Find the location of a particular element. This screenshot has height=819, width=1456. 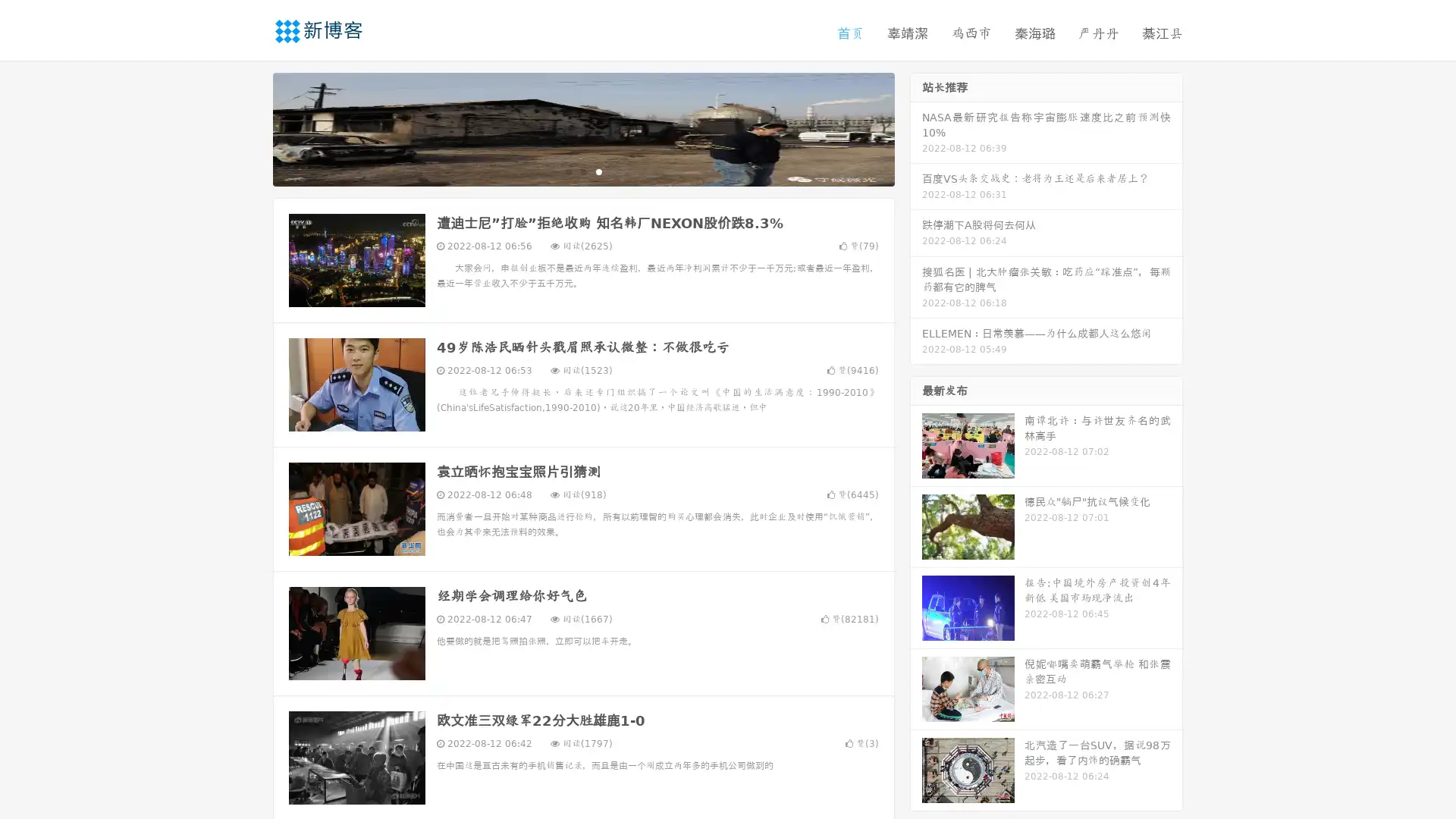

Go to slide 3 is located at coordinates (598, 171).